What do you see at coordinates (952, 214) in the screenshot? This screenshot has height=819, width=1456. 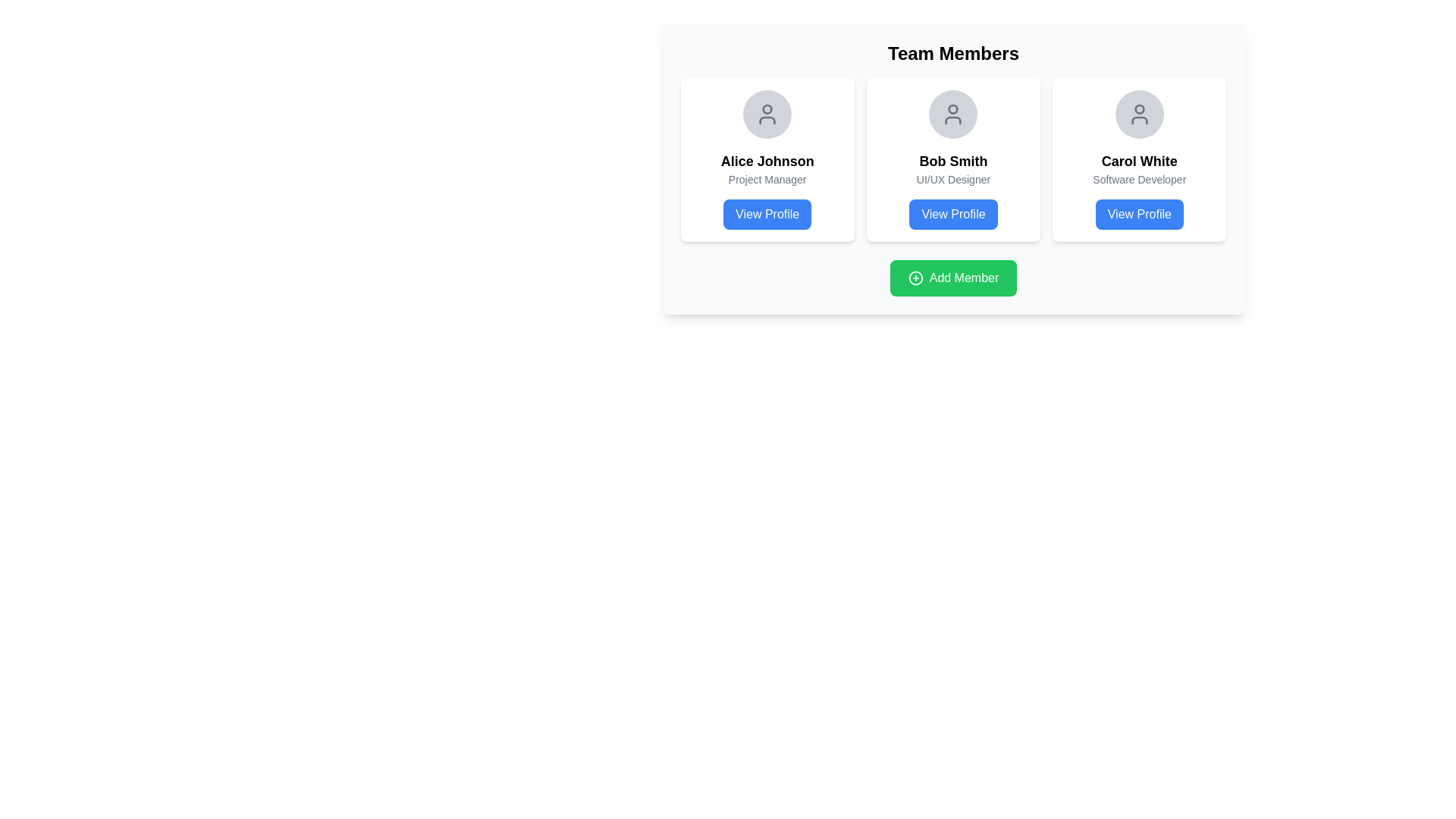 I see `the 'View Profile' button with a blue background and white text, located at the bottom of the second card, beneath 'UI/UX Designer' and 'Bob Smith'` at bounding box center [952, 214].